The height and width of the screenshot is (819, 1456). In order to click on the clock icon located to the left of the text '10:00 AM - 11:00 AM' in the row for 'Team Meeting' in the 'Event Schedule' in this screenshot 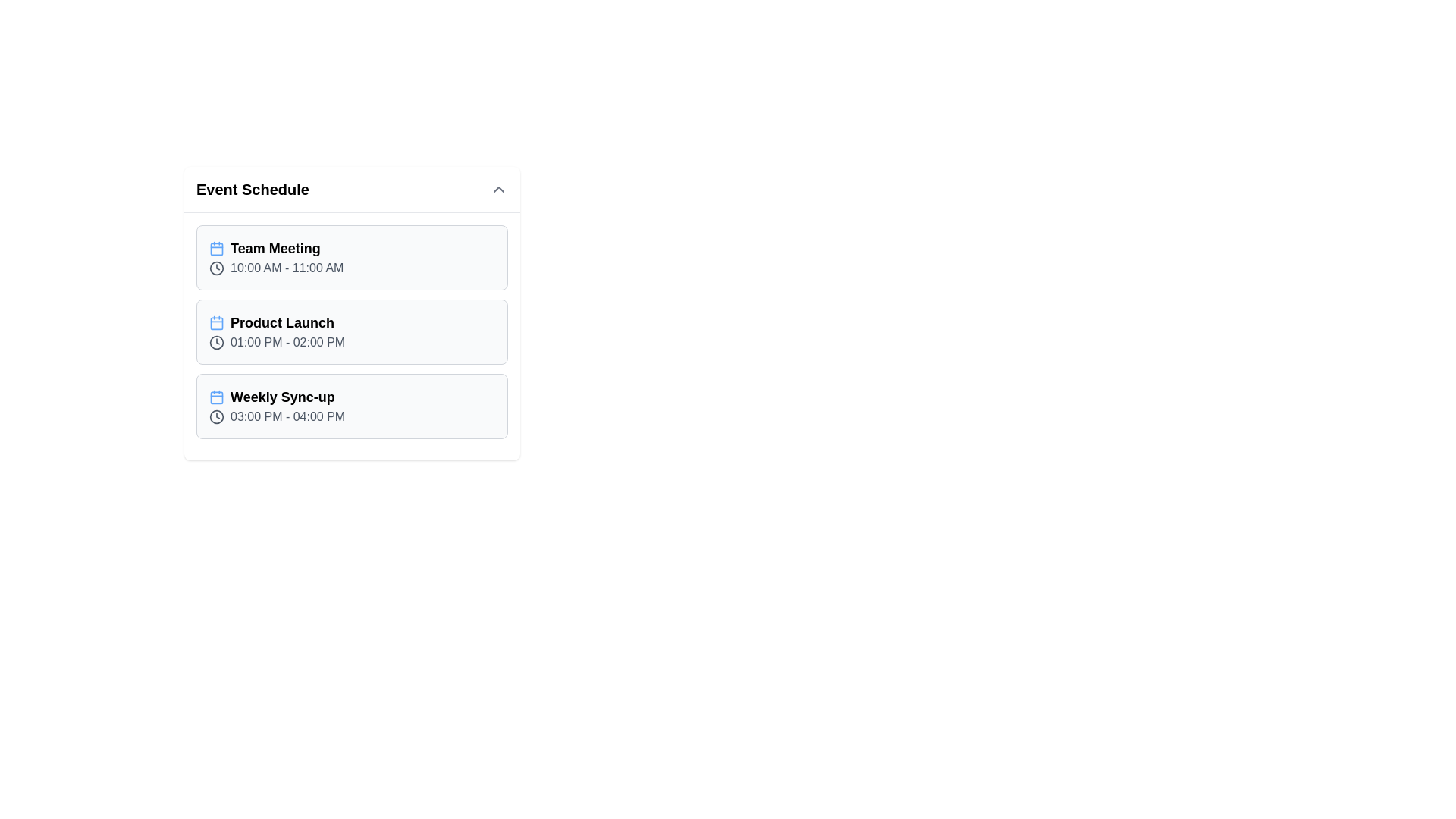, I will do `click(216, 268)`.